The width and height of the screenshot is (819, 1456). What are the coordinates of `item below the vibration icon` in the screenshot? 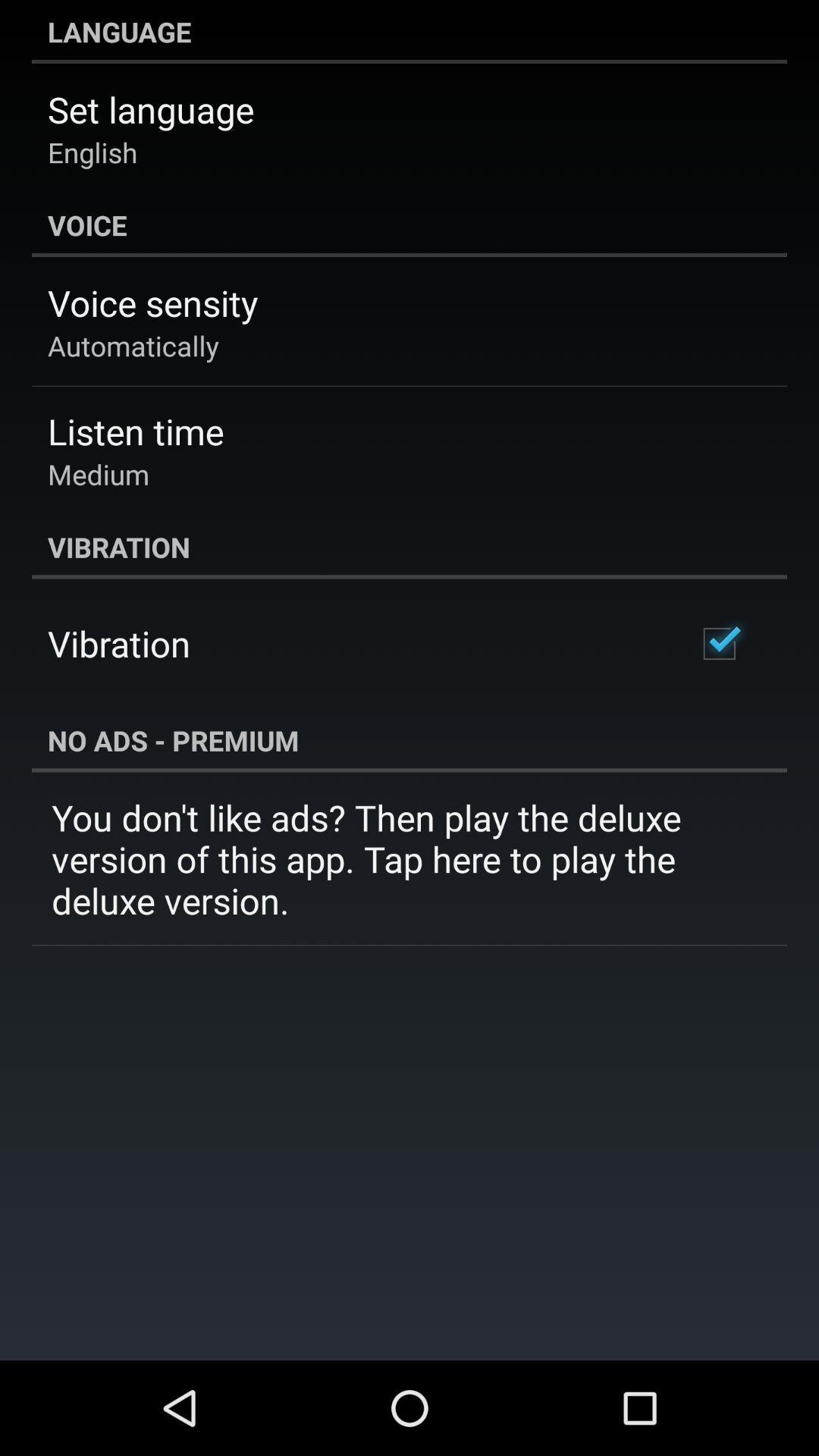 It's located at (718, 644).